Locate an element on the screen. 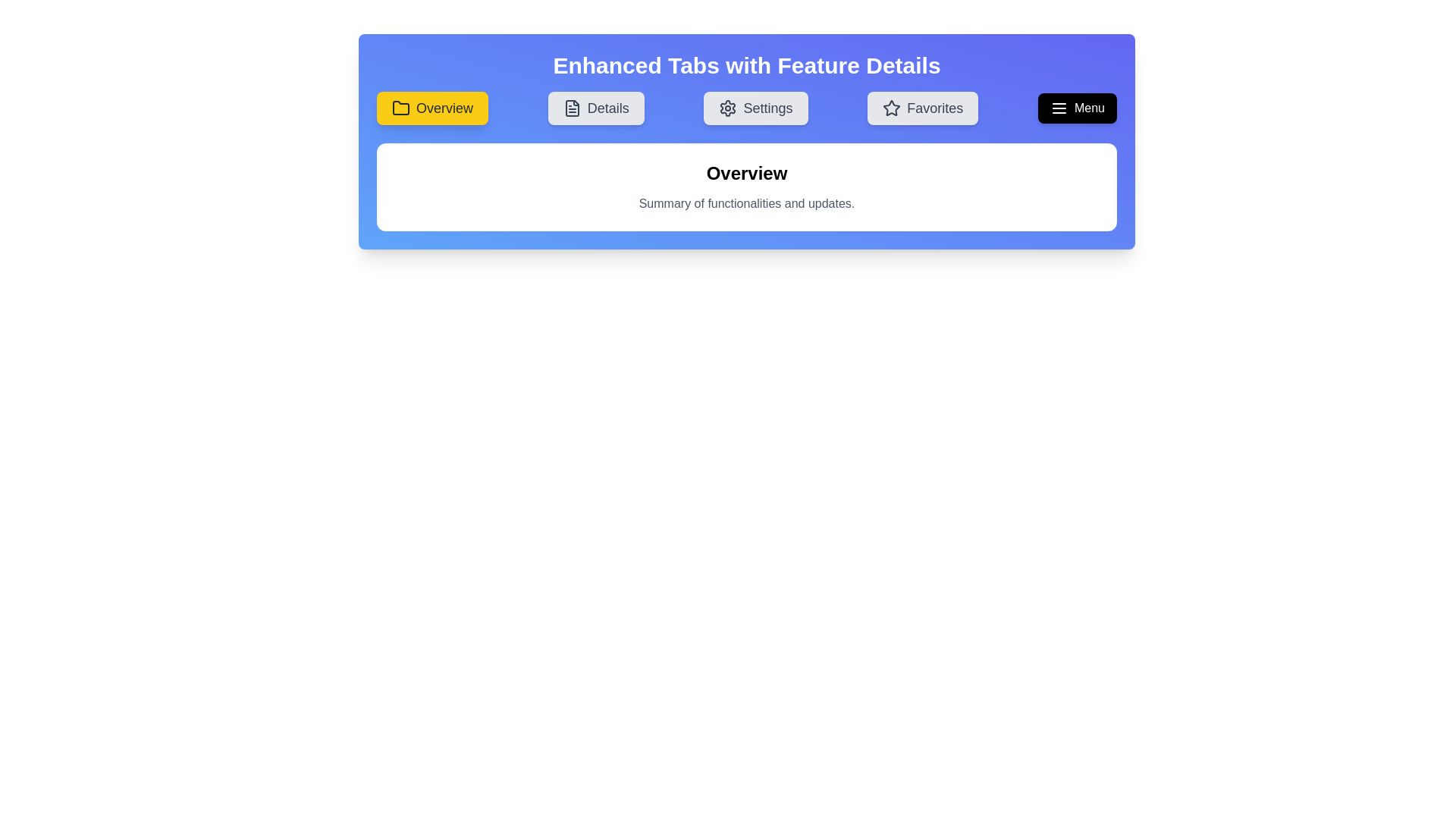  a tab in the navigation bar located beneath the title 'Enhanced Tabs with Feature Details' is located at coordinates (746, 107).